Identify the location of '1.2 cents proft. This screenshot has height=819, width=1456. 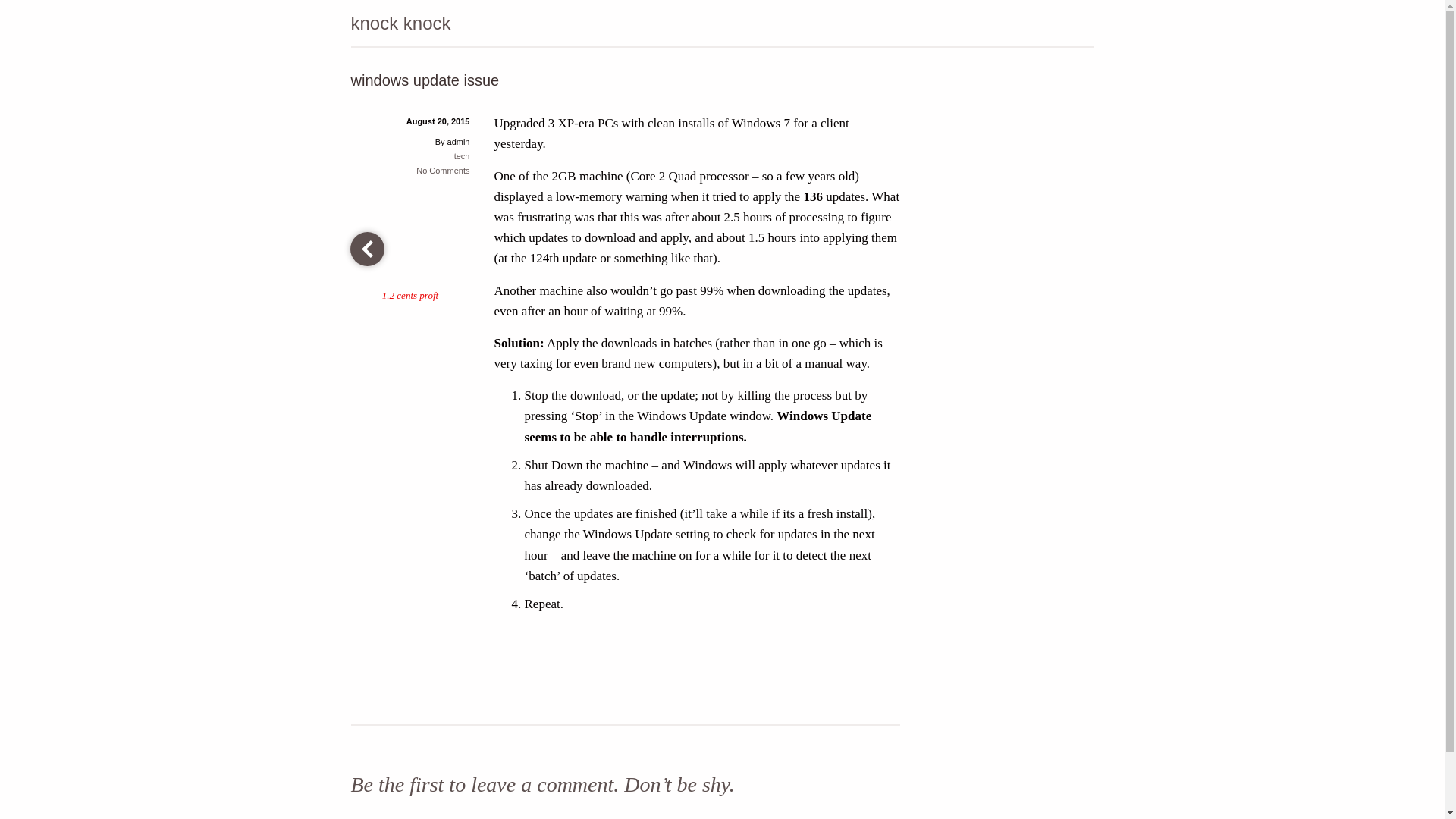
(409, 265).